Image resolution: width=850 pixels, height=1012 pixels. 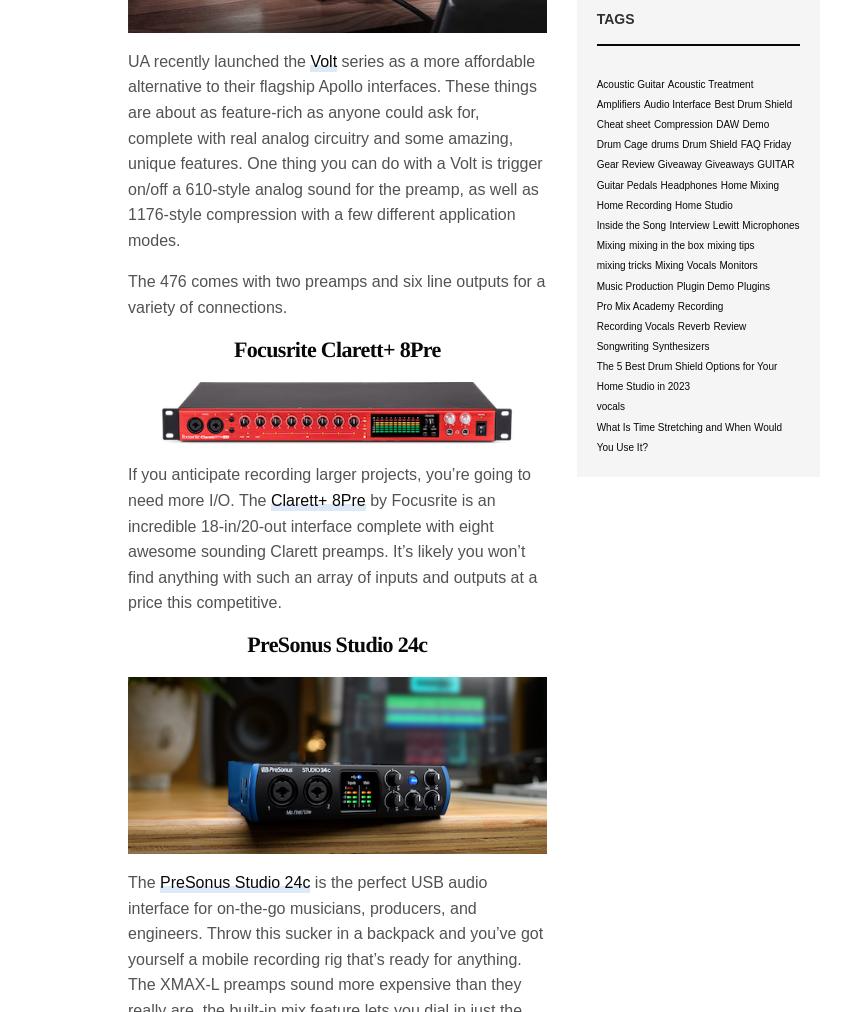 What do you see at coordinates (685, 375) in the screenshot?
I see `'The 5 Best Drum Shield Options for Your Home Studio in 2023'` at bounding box center [685, 375].